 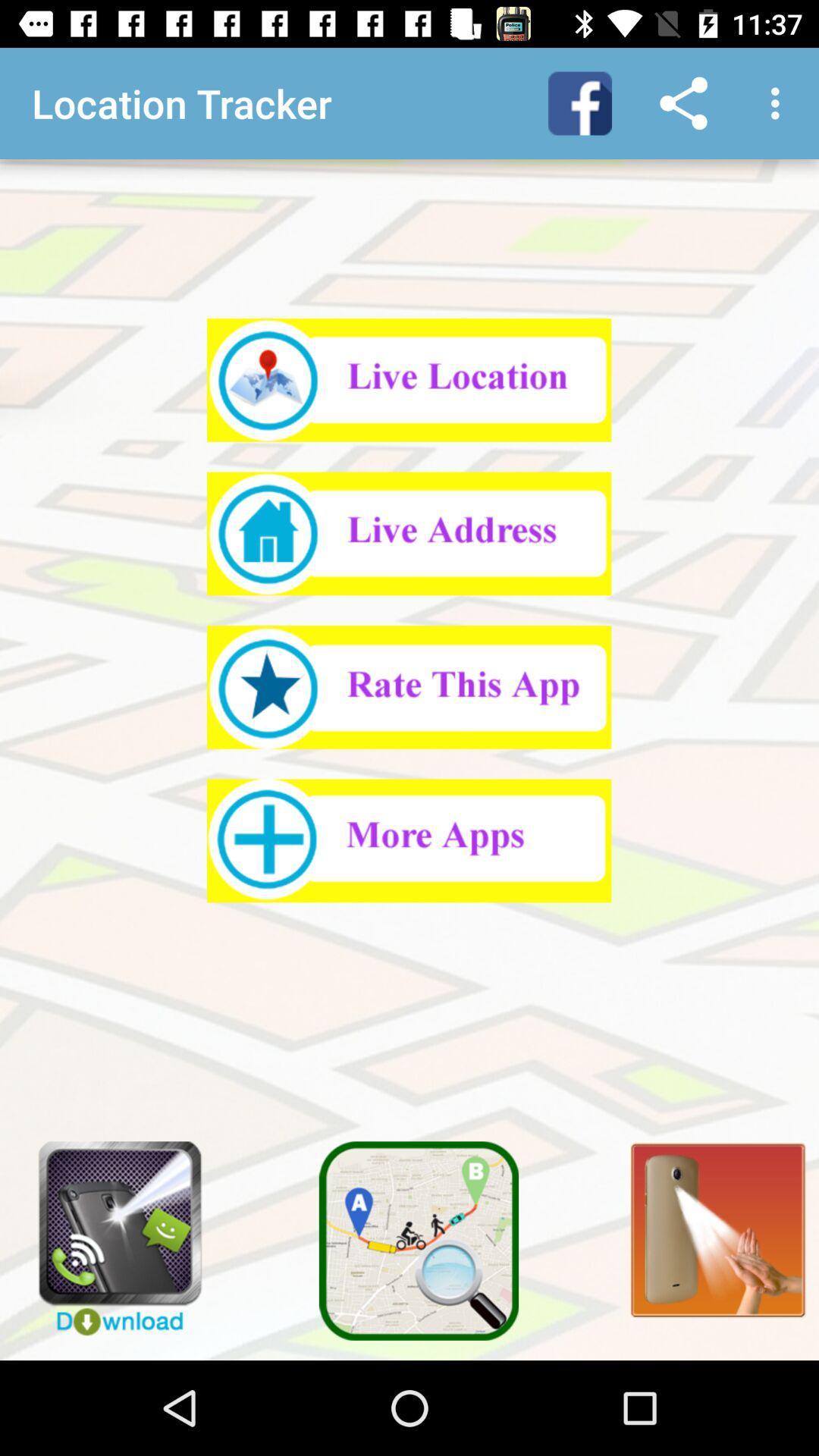 What do you see at coordinates (408, 686) in the screenshot?
I see `rate the application` at bounding box center [408, 686].